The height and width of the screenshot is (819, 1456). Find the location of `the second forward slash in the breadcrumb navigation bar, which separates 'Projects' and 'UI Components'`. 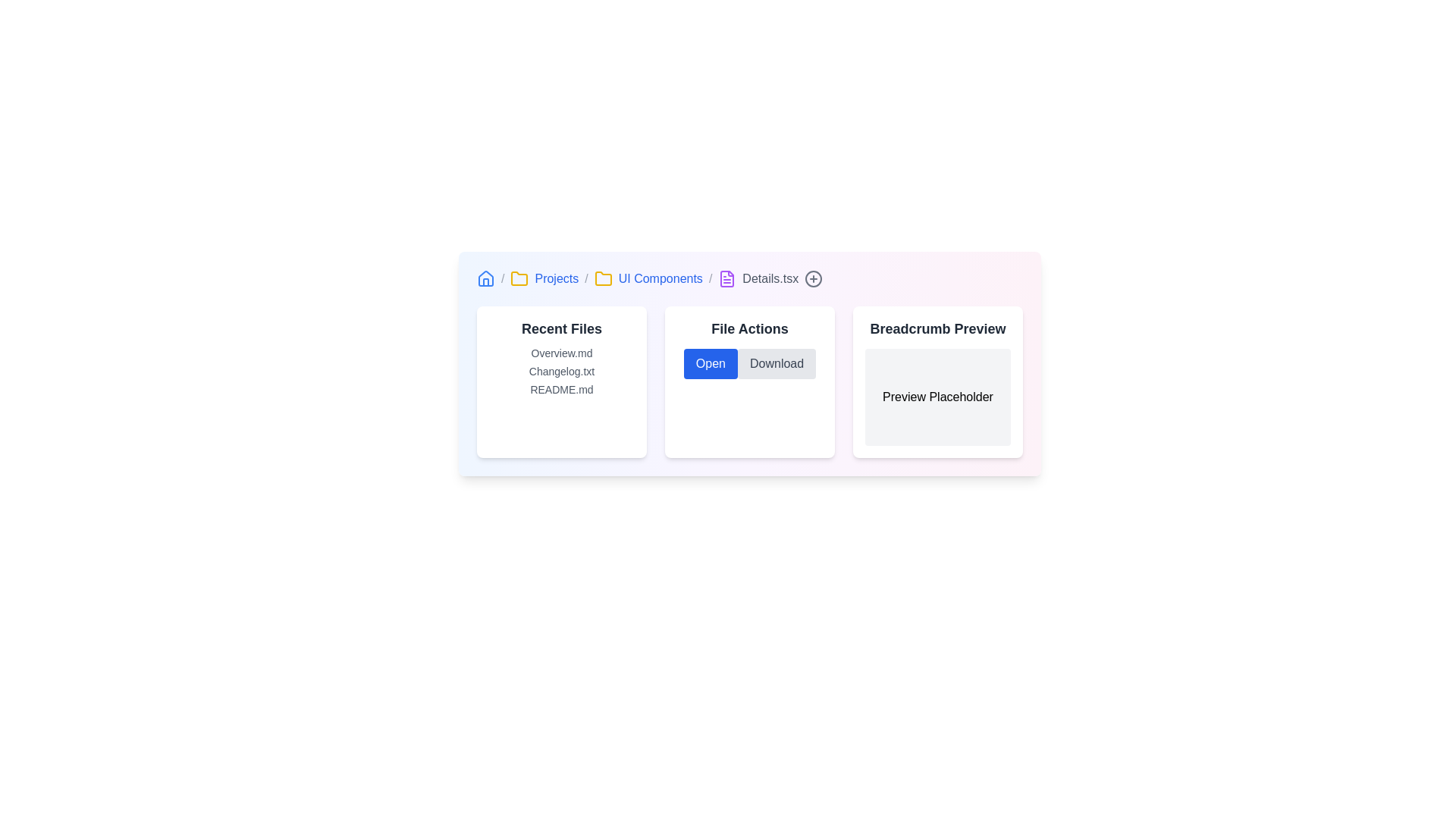

the second forward slash in the breadcrumb navigation bar, which separates 'Projects' and 'UI Components' is located at coordinates (585, 278).